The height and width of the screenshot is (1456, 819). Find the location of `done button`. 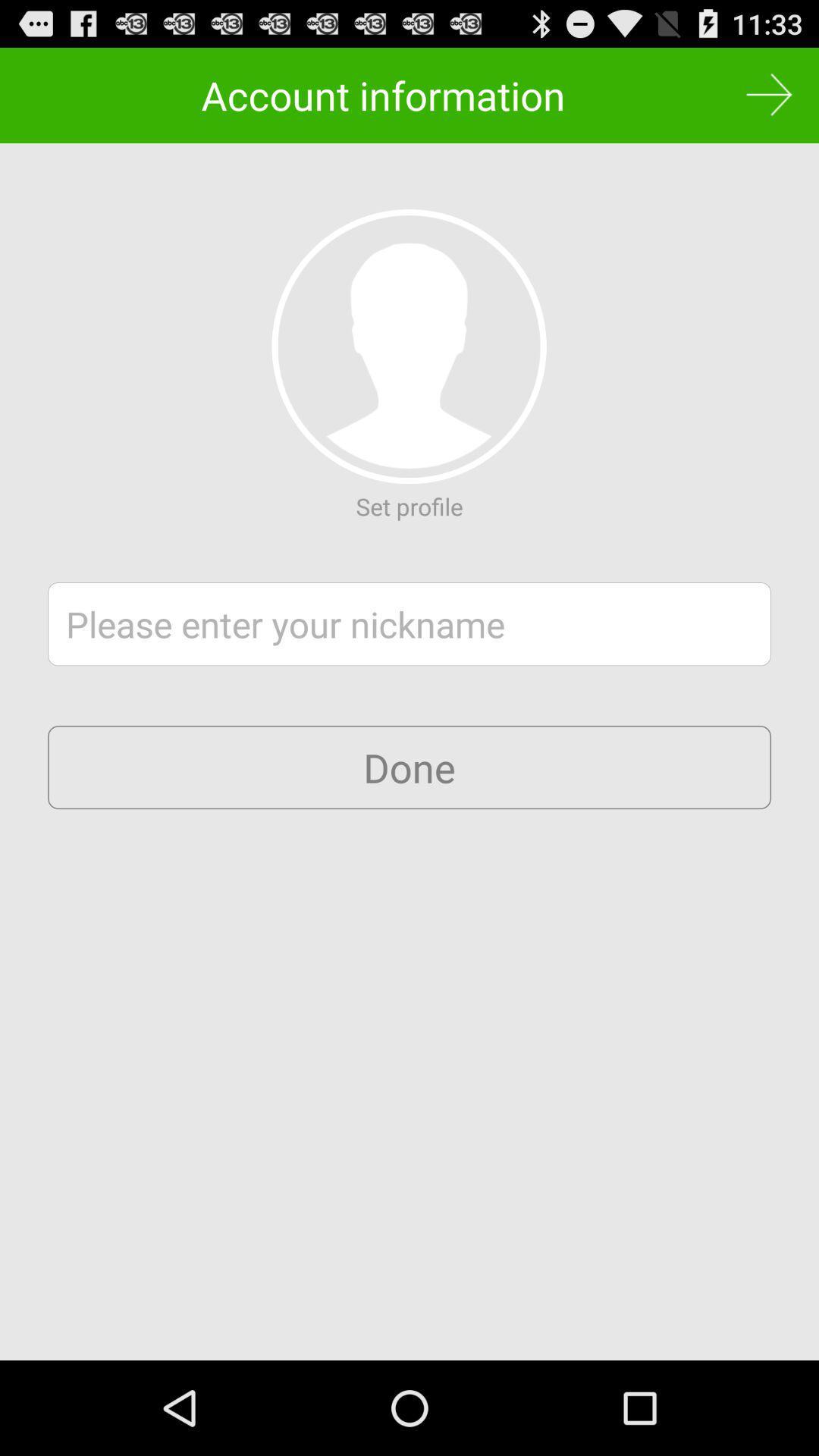

done button is located at coordinates (409, 767).